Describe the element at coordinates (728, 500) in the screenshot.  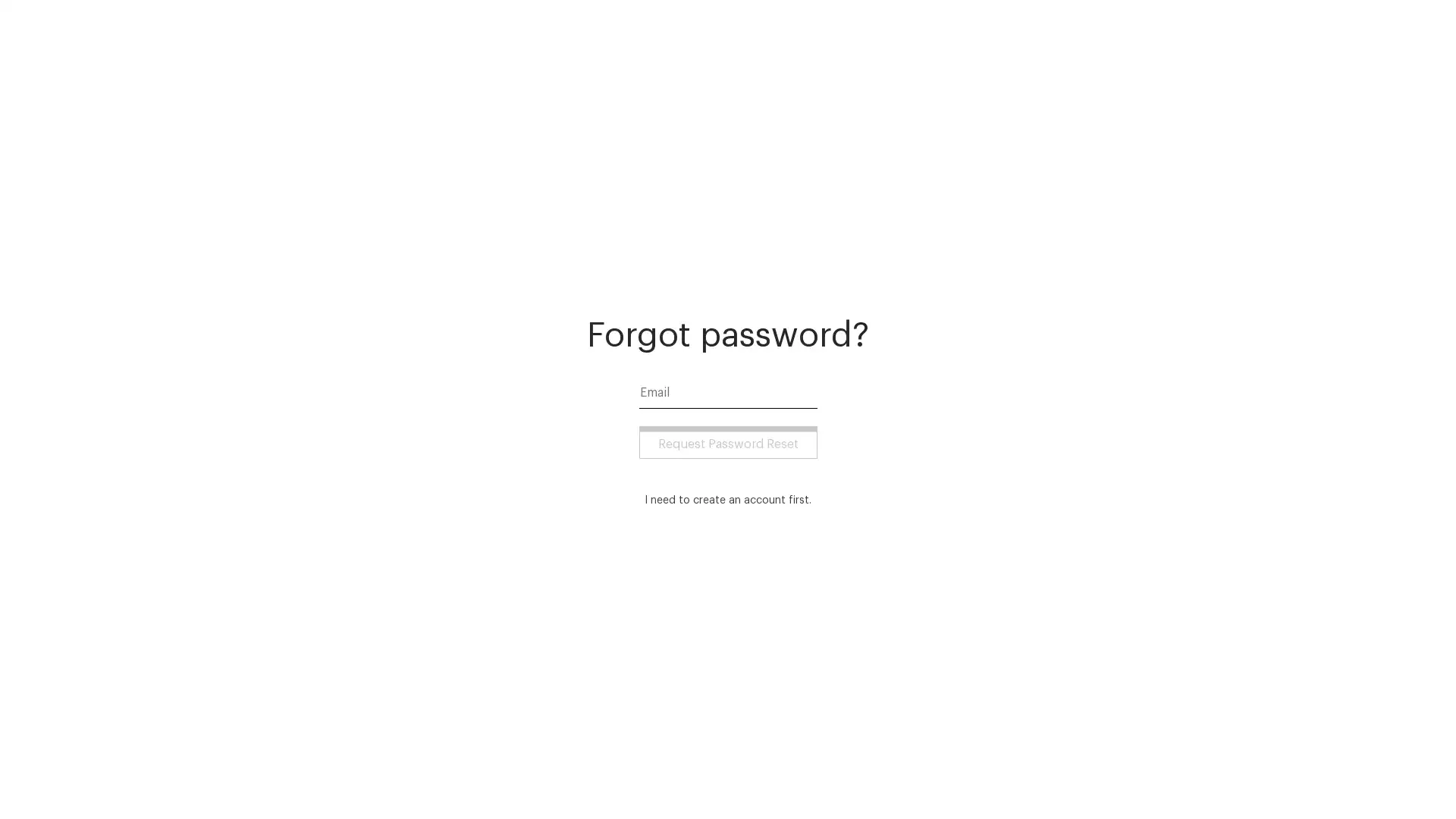
I see `I need to create an account first.` at that location.